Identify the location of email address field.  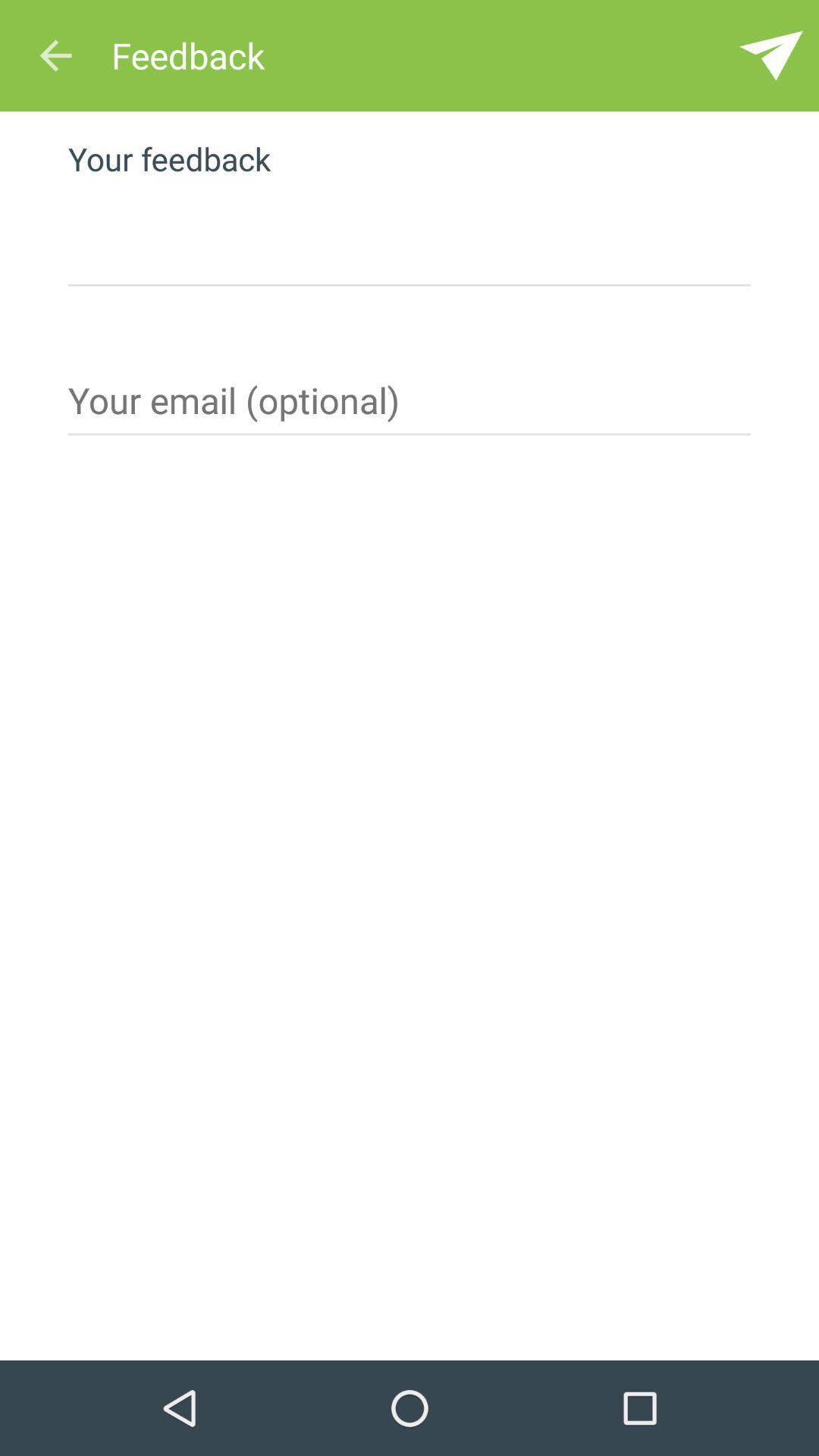
(409, 406).